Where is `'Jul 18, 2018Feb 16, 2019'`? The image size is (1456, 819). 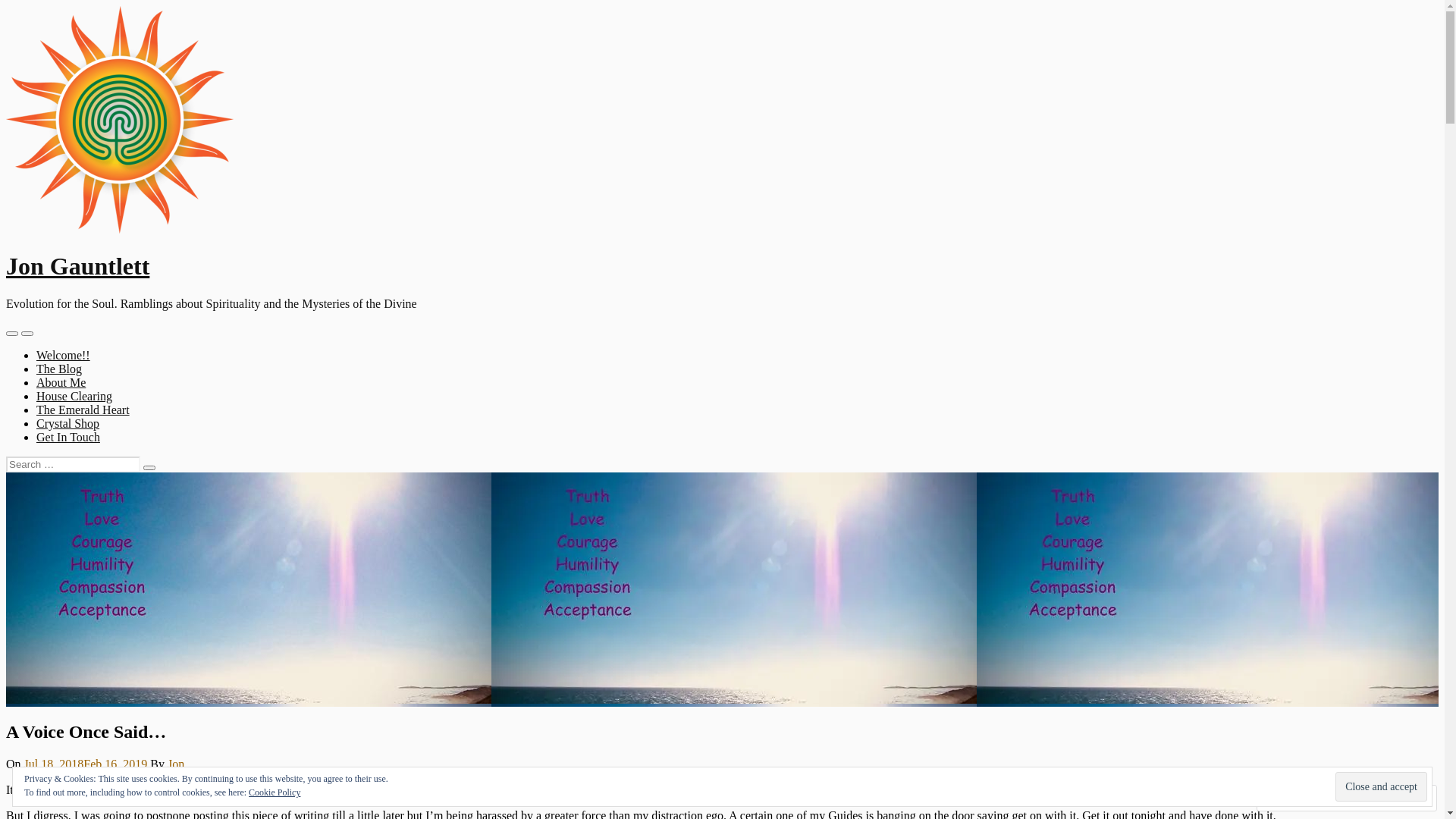
'Jul 18, 2018Feb 16, 2019' is located at coordinates (85, 764).